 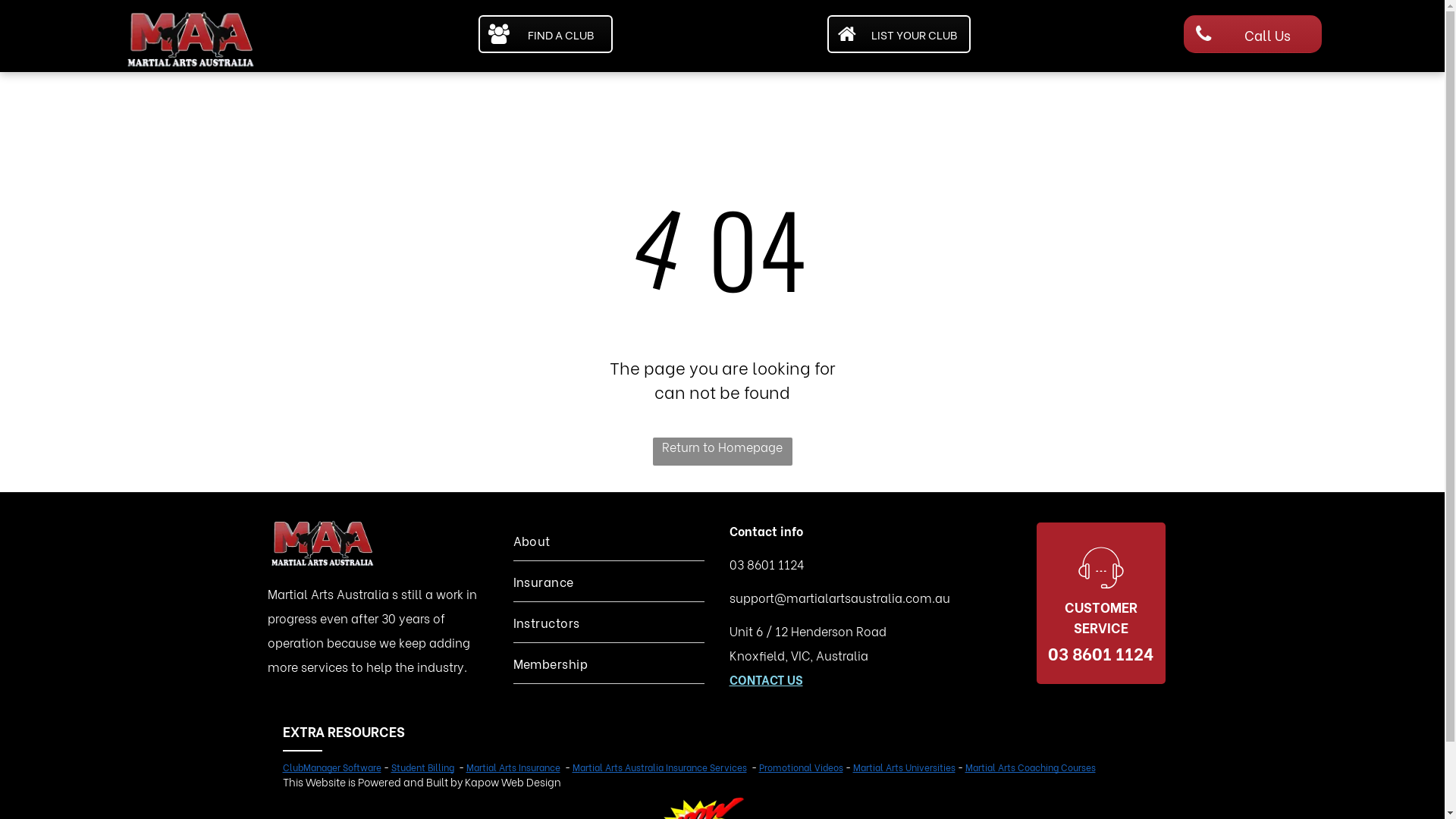 What do you see at coordinates (826, 34) in the screenshot?
I see `'LIST YOUR CLUB'` at bounding box center [826, 34].